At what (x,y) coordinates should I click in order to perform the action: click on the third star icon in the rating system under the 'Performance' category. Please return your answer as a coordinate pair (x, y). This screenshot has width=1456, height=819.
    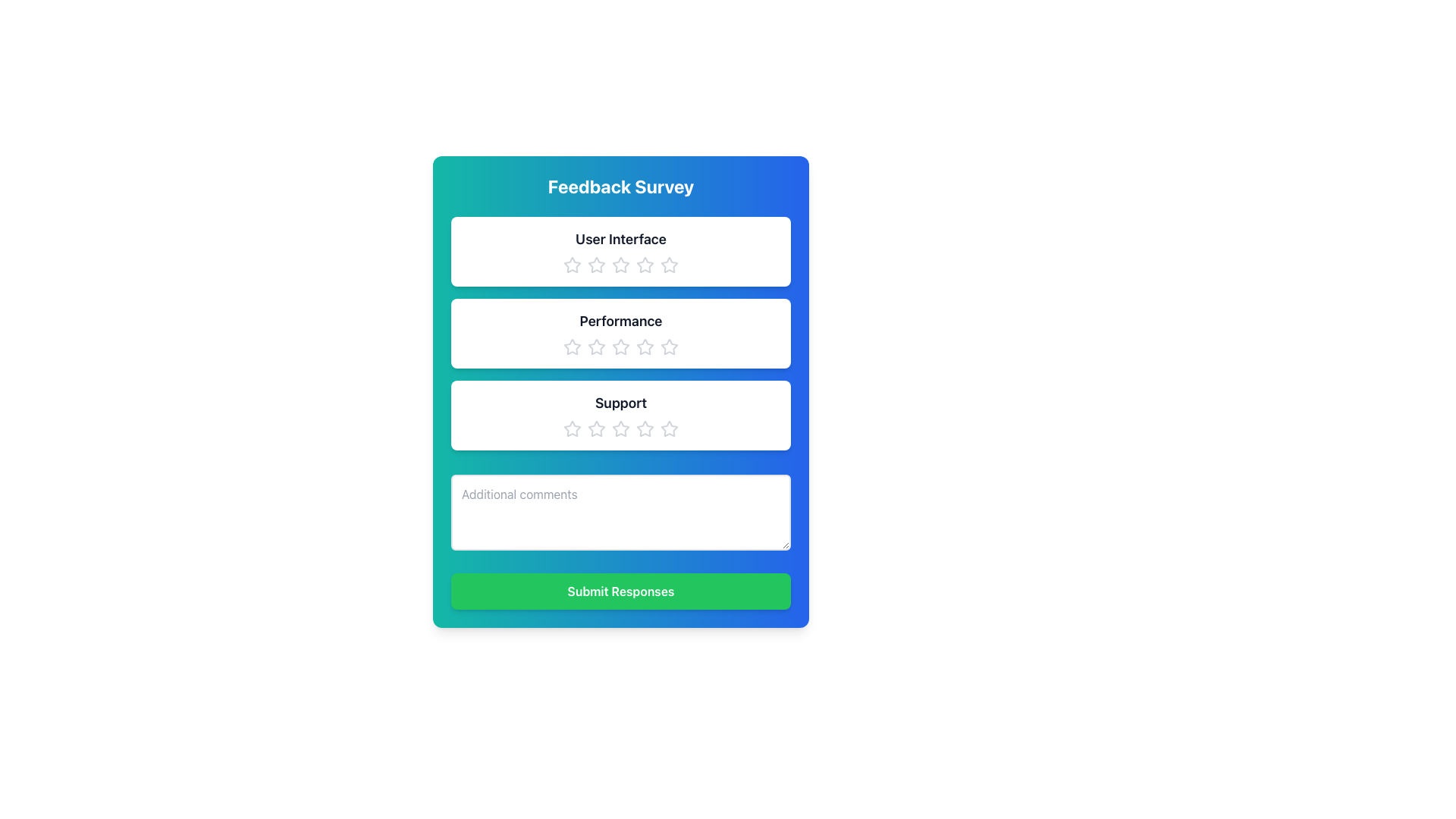
    Looking at the image, I should click on (645, 347).